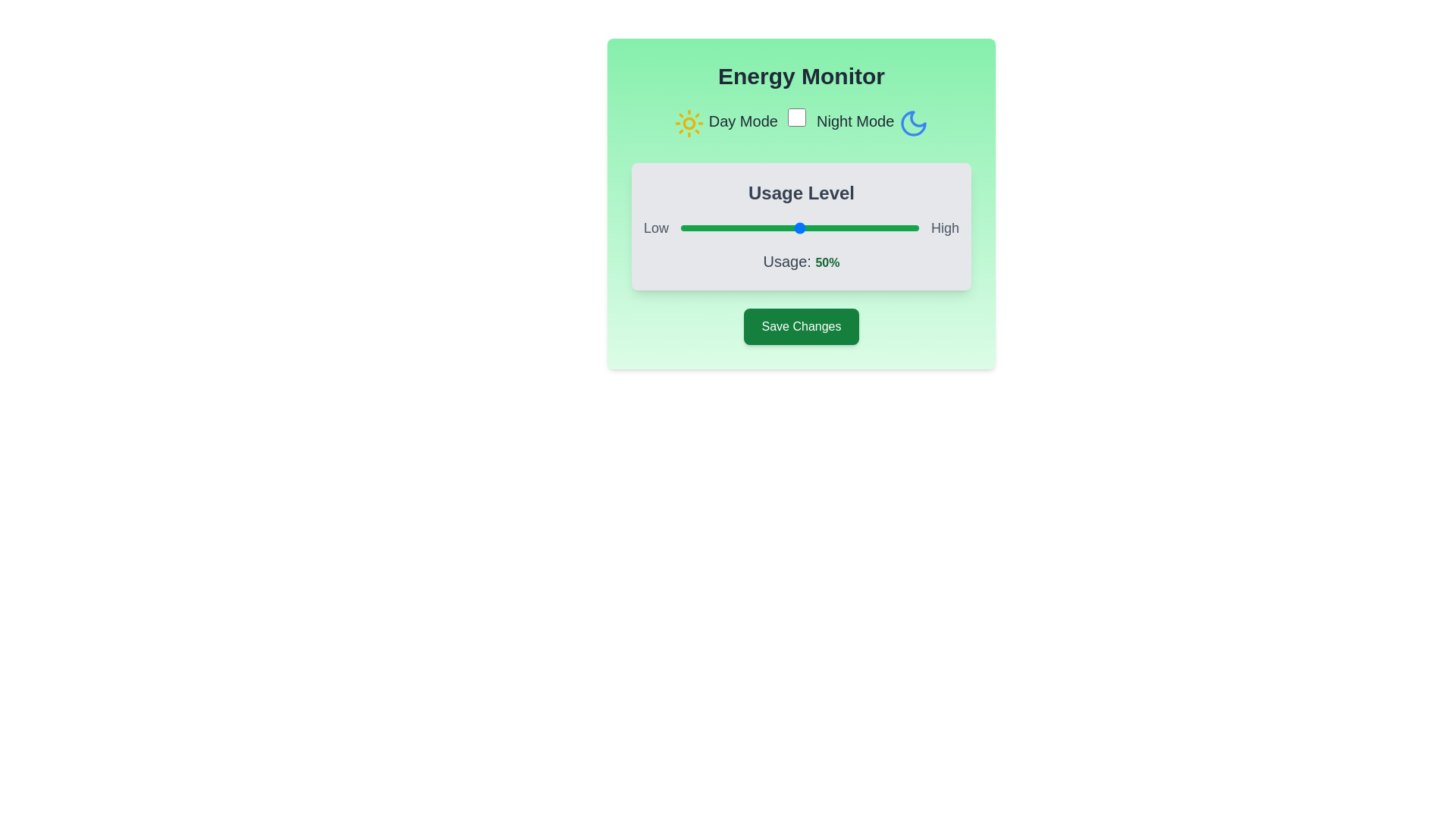 This screenshot has height=819, width=1456. I want to click on the text element that indicates the current usage percentage, which is positioned to the right of 'Usage:' within the 'Usage Level' section, so click(827, 262).